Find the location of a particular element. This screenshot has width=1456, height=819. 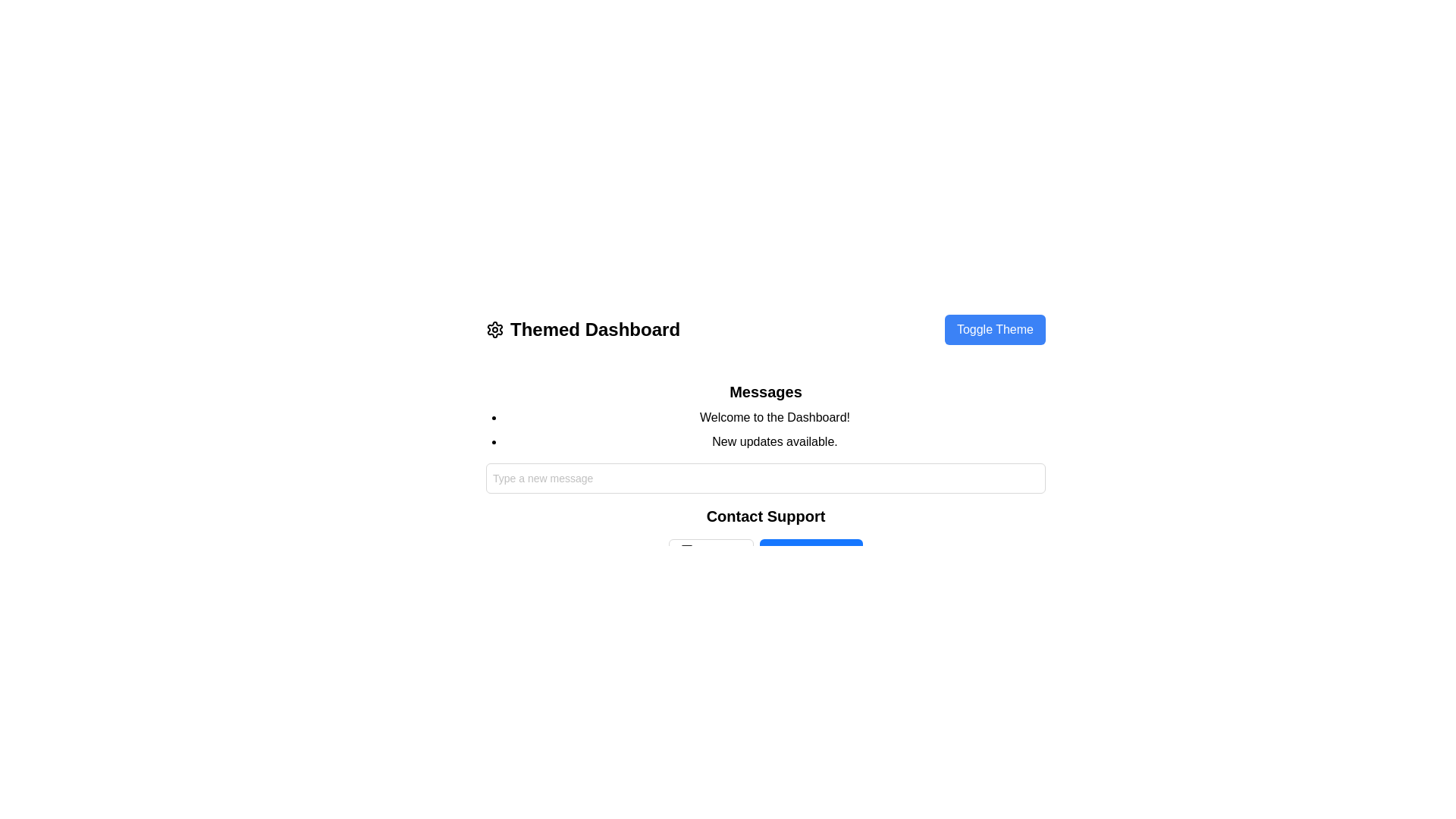

the gear-shaped icon representing settings functionality, positioned to the left of the title 'Themed Dashboard' in the header section, for navigation is located at coordinates (494, 329).